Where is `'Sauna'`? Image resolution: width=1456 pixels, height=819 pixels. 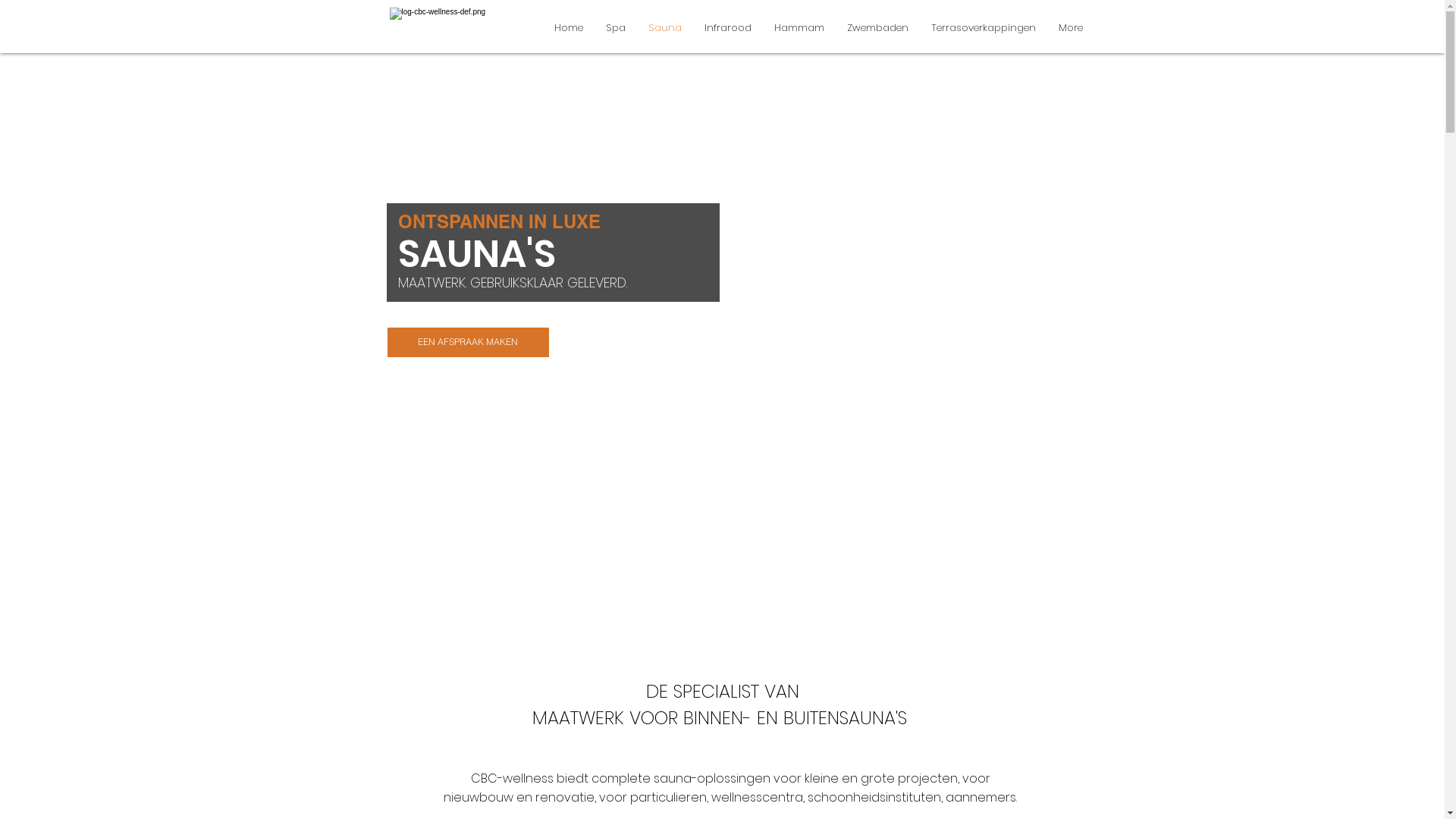
'Sauna' is located at coordinates (665, 27).